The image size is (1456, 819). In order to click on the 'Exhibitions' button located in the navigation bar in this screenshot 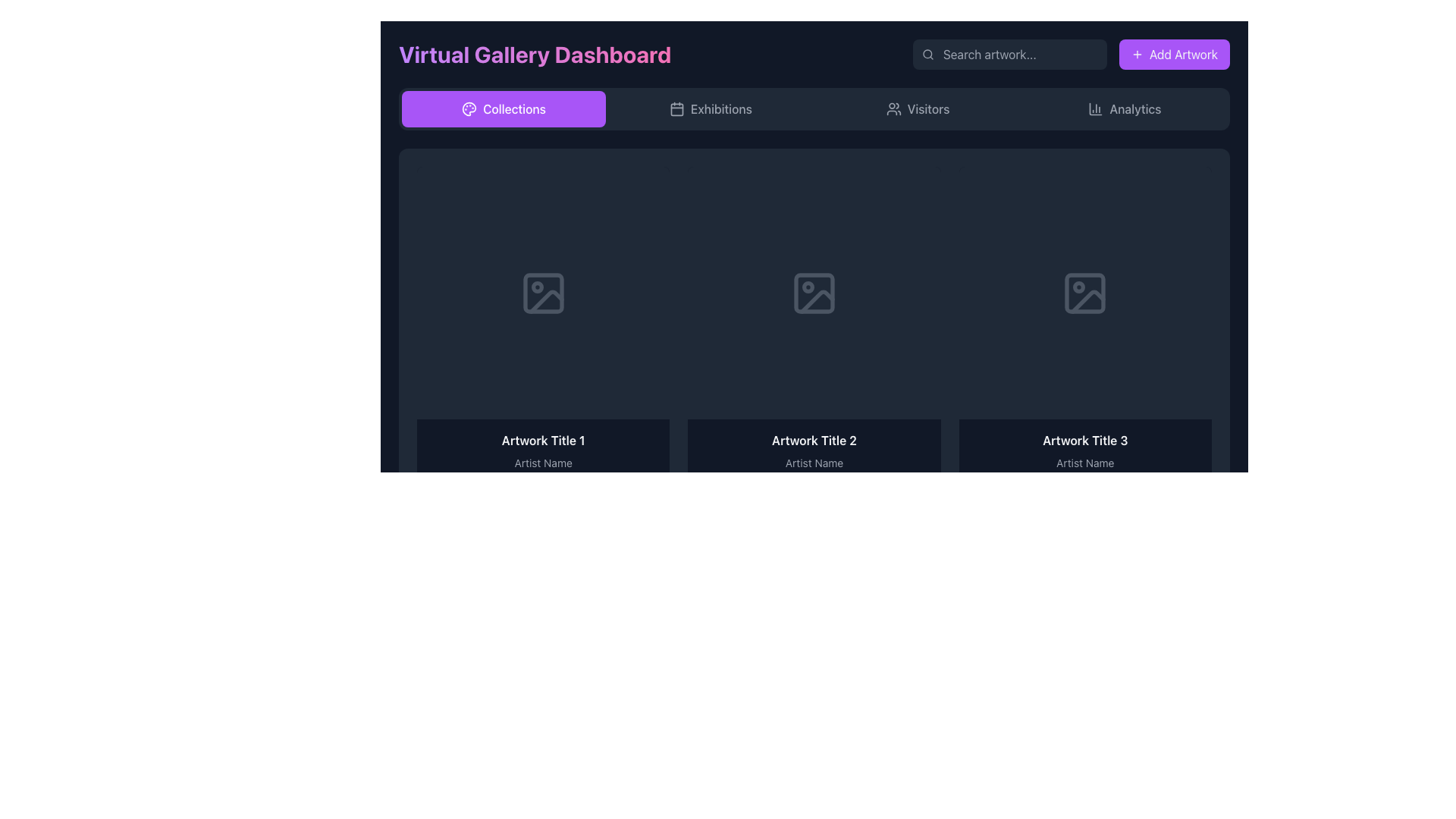, I will do `click(710, 108)`.